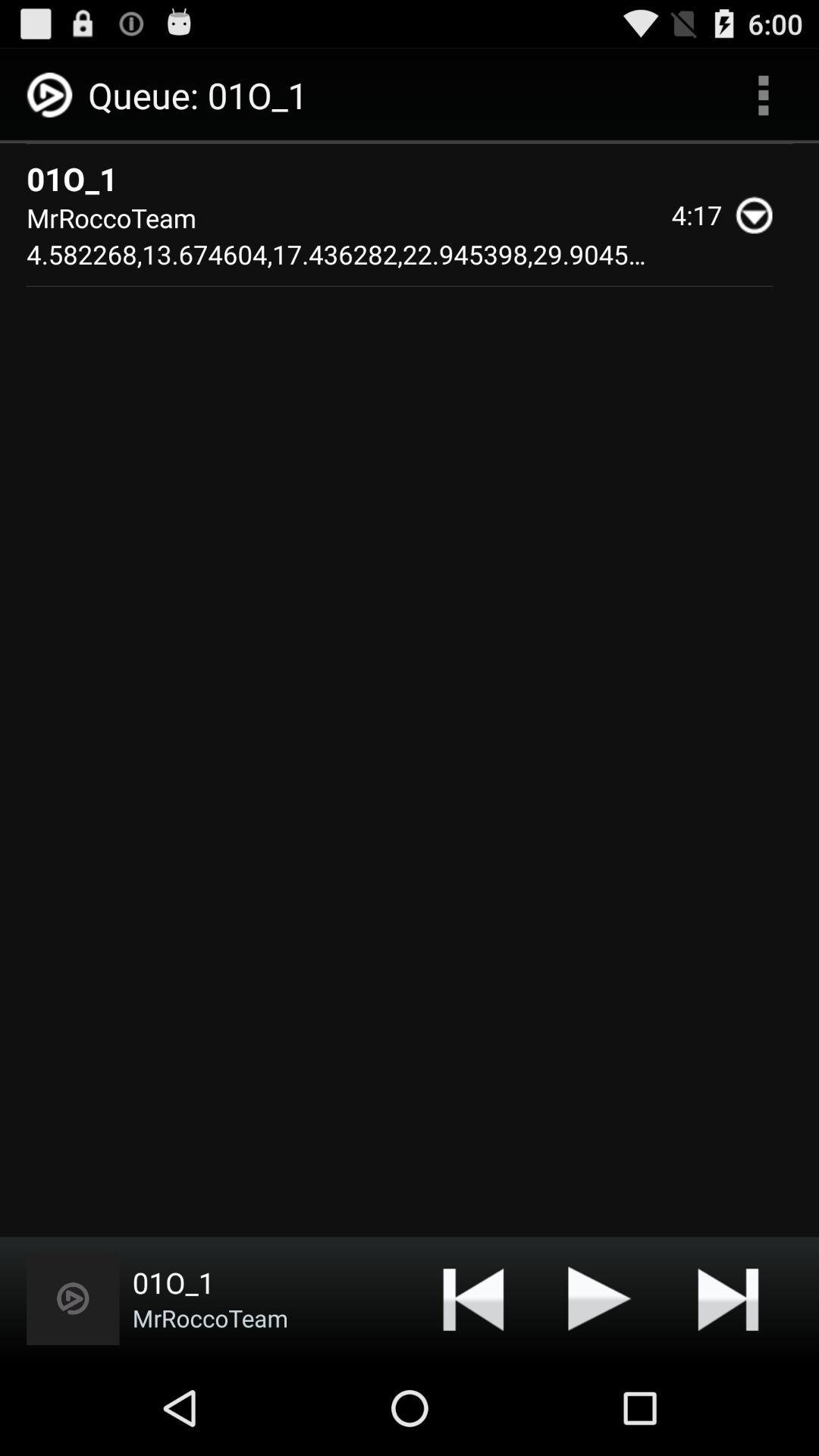  What do you see at coordinates (73, 1298) in the screenshot?
I see `app below mrroccoteam 4 582268 icon` at bounding box center [73, 1298].